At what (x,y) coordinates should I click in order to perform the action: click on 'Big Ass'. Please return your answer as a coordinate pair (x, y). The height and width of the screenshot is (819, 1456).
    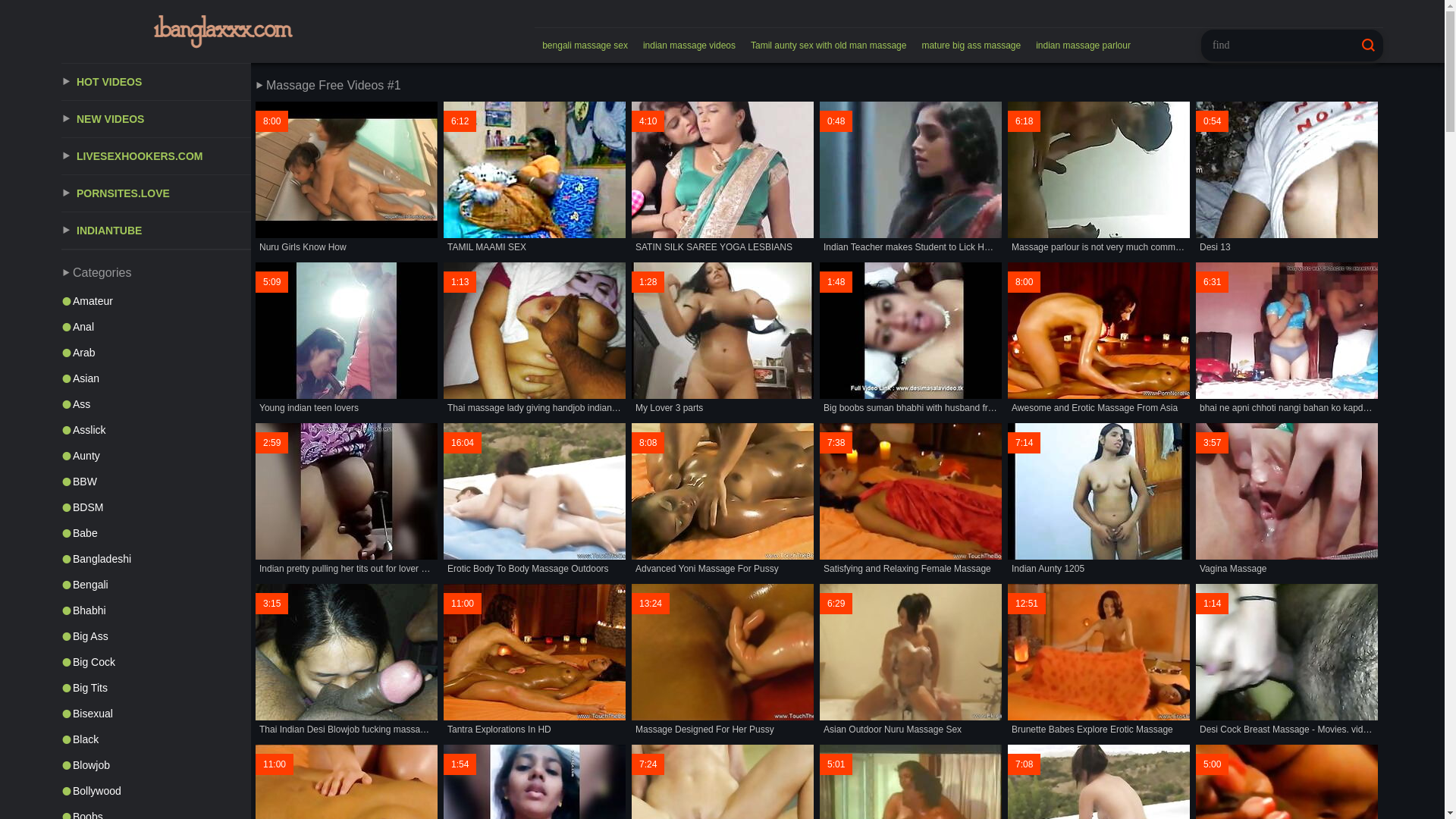
    Looking at the image, I should click on (156, 636).